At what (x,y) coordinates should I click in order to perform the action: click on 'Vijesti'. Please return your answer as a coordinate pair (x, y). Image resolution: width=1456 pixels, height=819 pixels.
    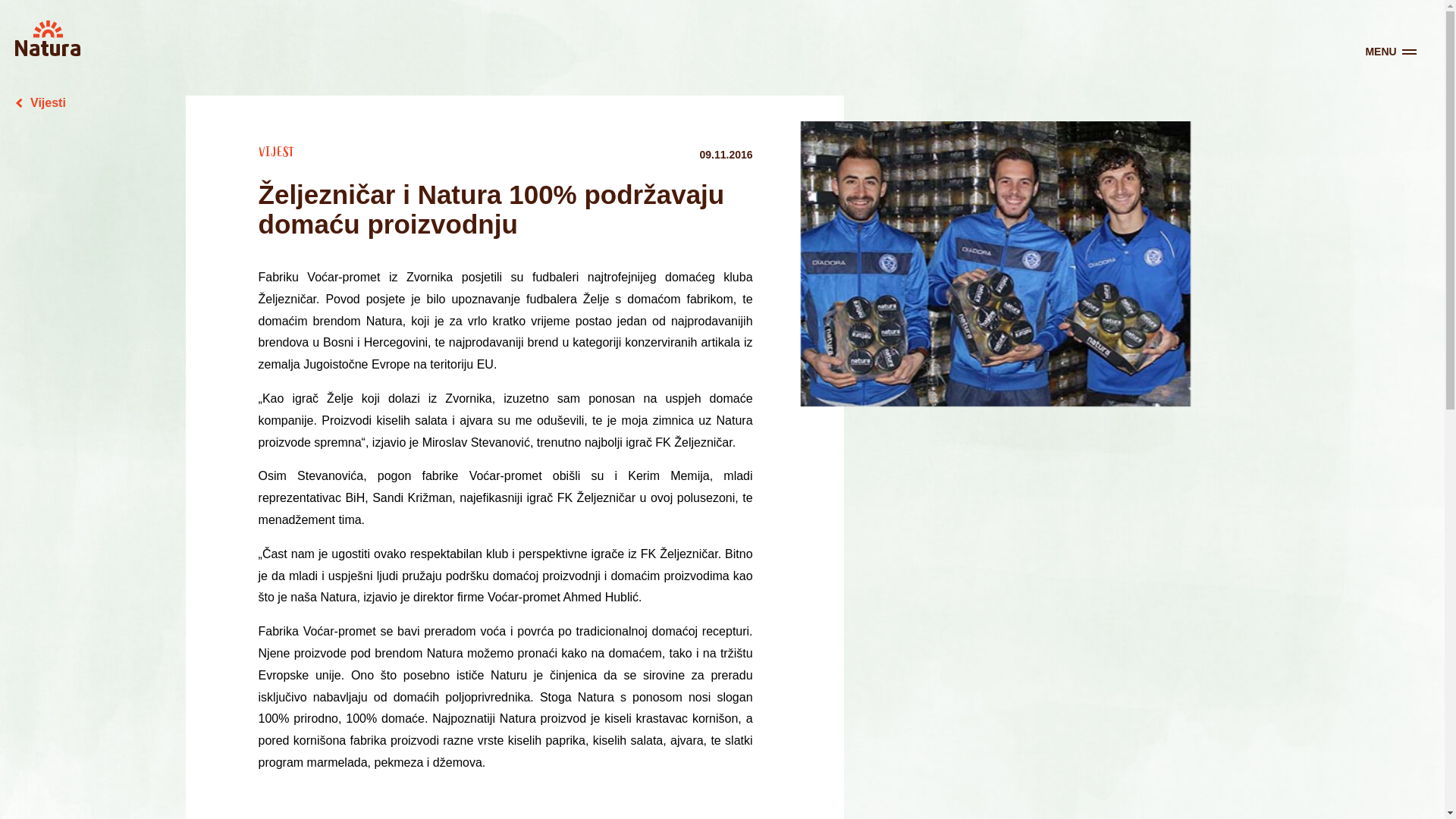
    Looking at the image, I should click on (40, 102).